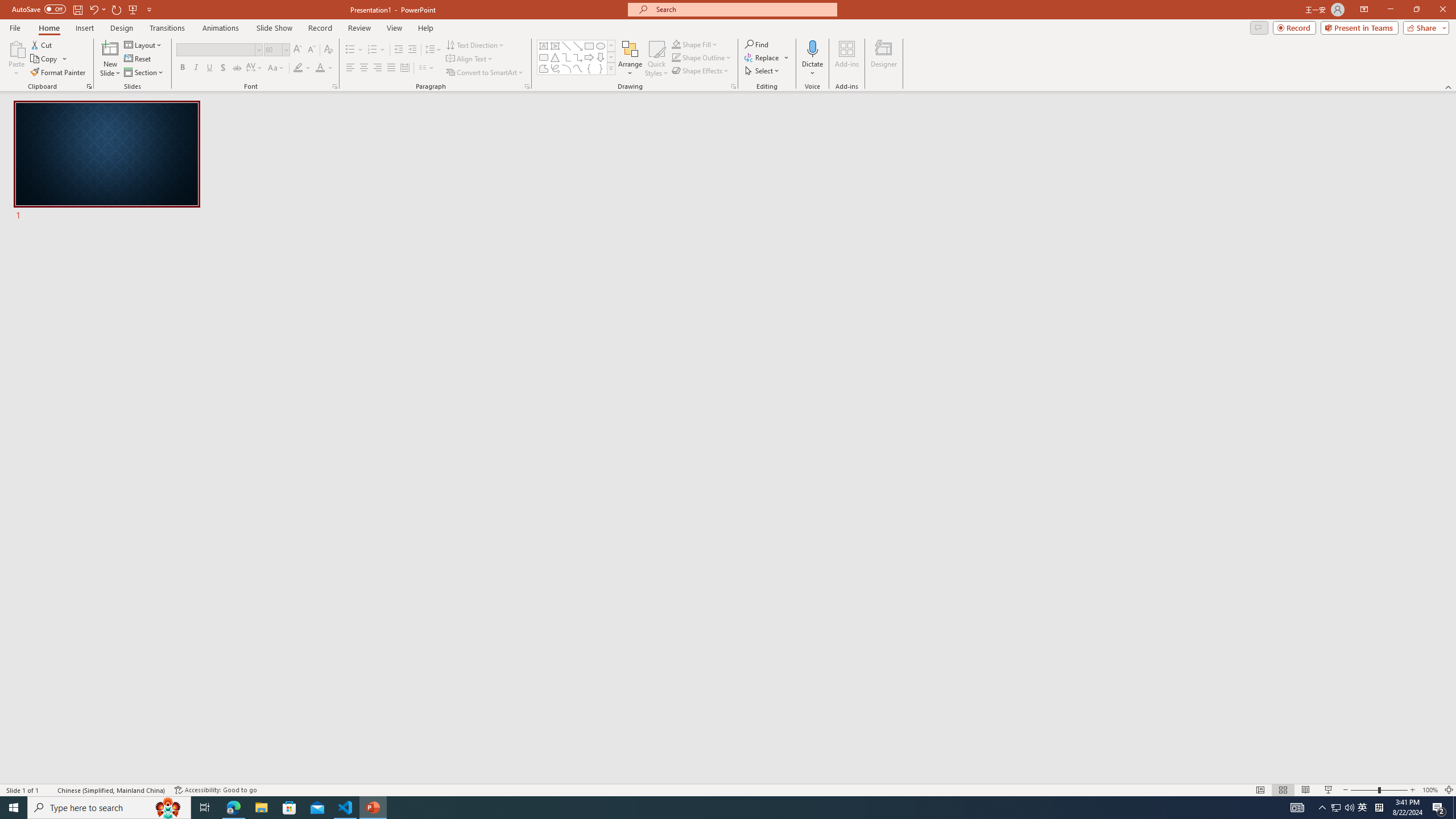  What do you see at coordinates (301, 67) in the screenshot?
I see `'Text Highlight Color'` at bounding box center [301, 67].